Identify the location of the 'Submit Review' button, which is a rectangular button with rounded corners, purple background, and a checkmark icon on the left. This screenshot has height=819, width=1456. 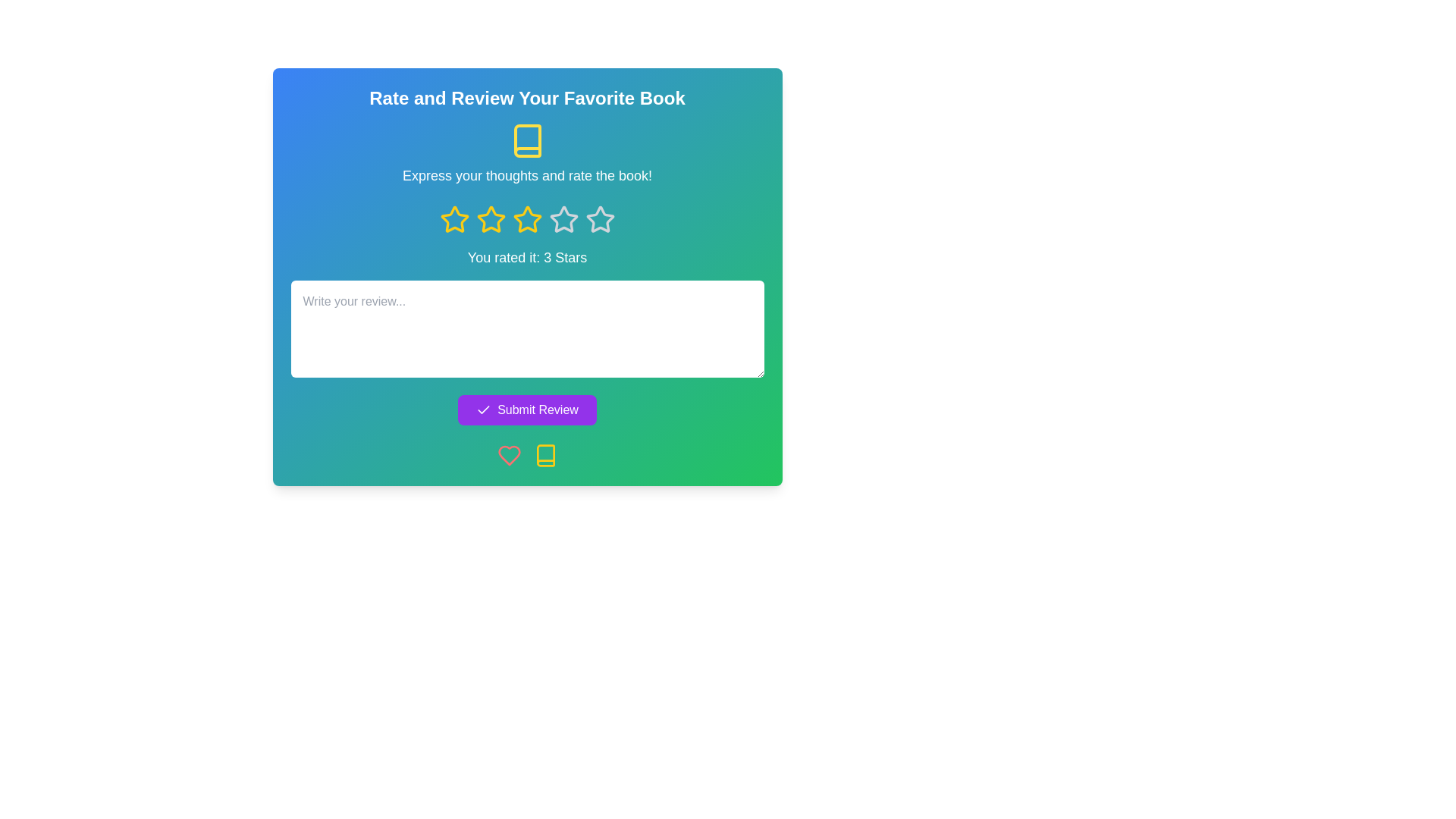
(527, 409).